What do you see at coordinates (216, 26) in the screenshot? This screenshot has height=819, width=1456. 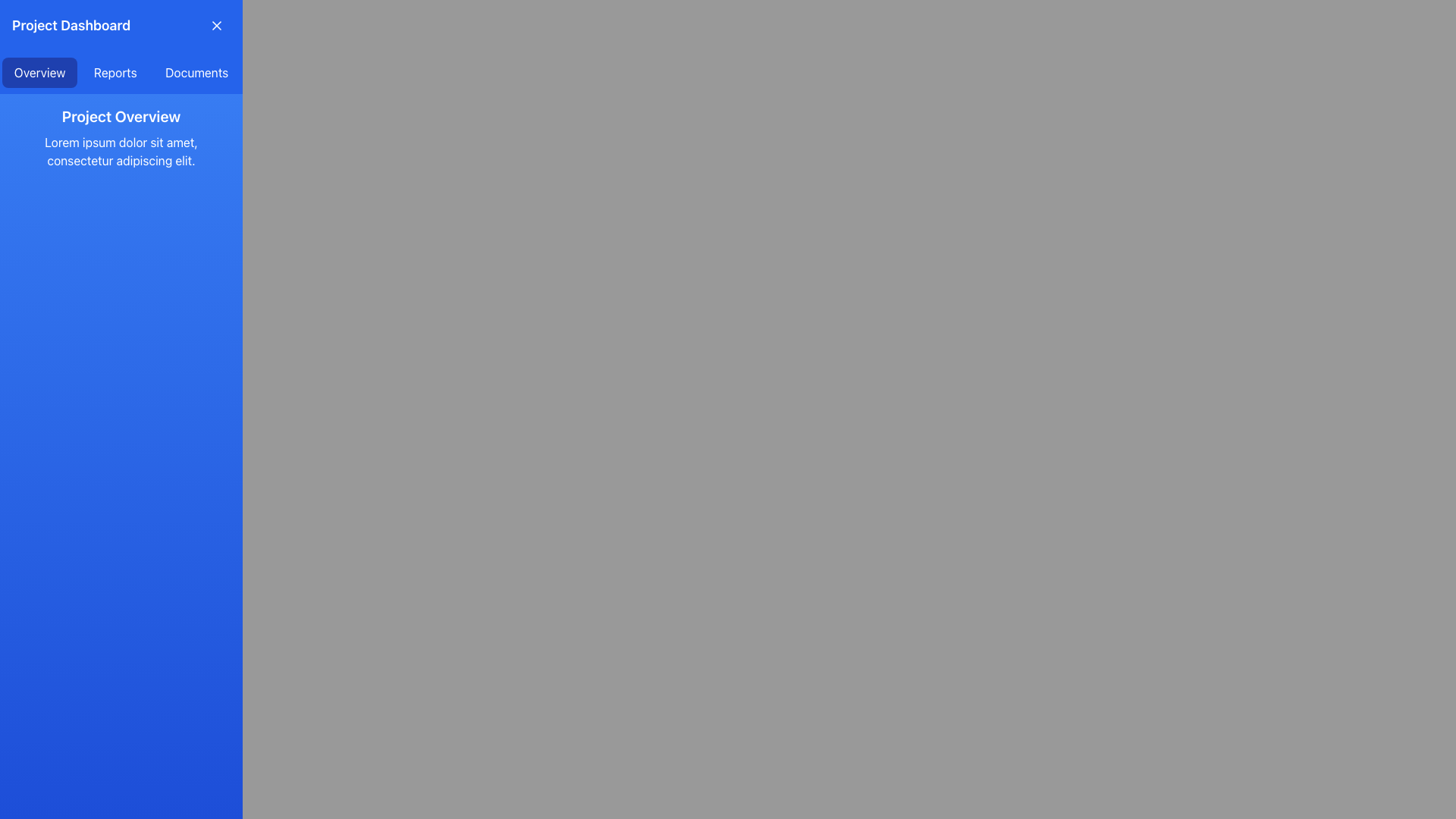 I see `the close button located in the top-right corner of the panel, adjacent to the 'Project Dashboard' heading` at bounding box center [216, 26].